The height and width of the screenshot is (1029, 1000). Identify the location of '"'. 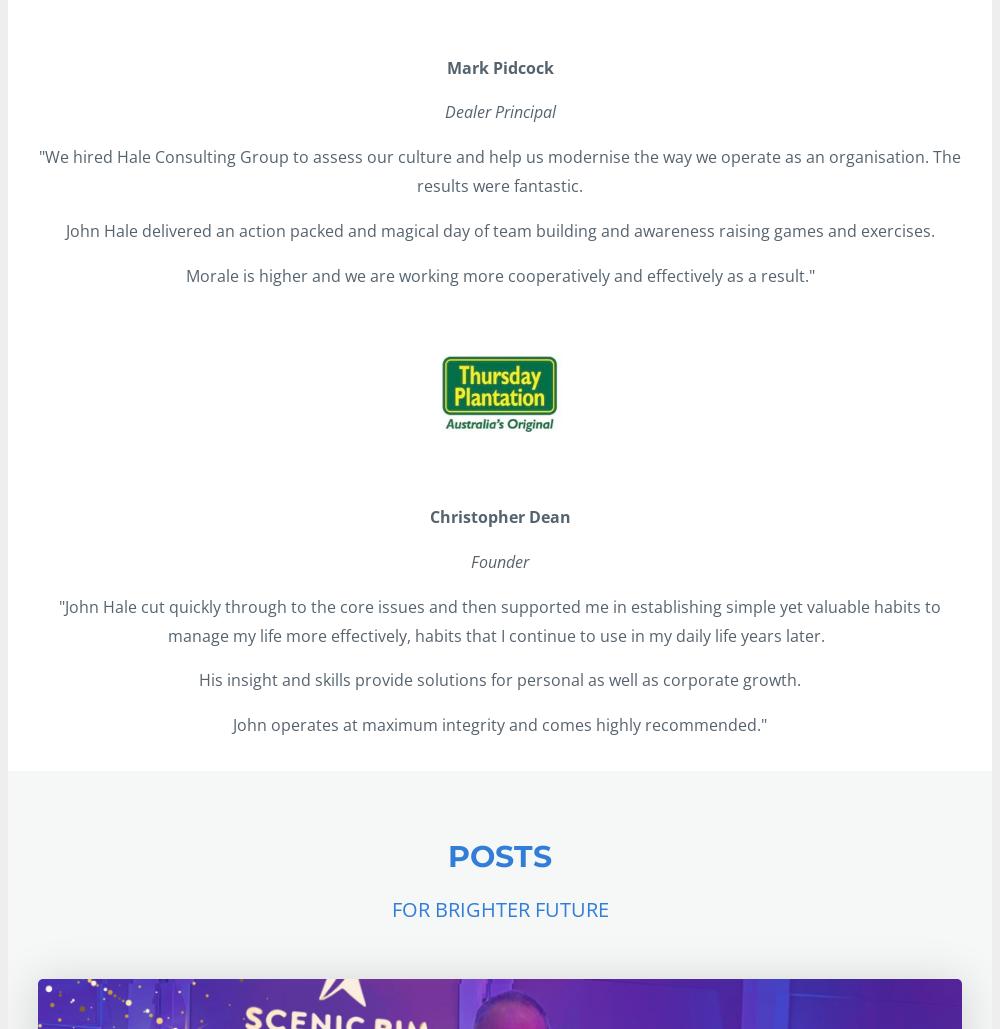
(62, 605).